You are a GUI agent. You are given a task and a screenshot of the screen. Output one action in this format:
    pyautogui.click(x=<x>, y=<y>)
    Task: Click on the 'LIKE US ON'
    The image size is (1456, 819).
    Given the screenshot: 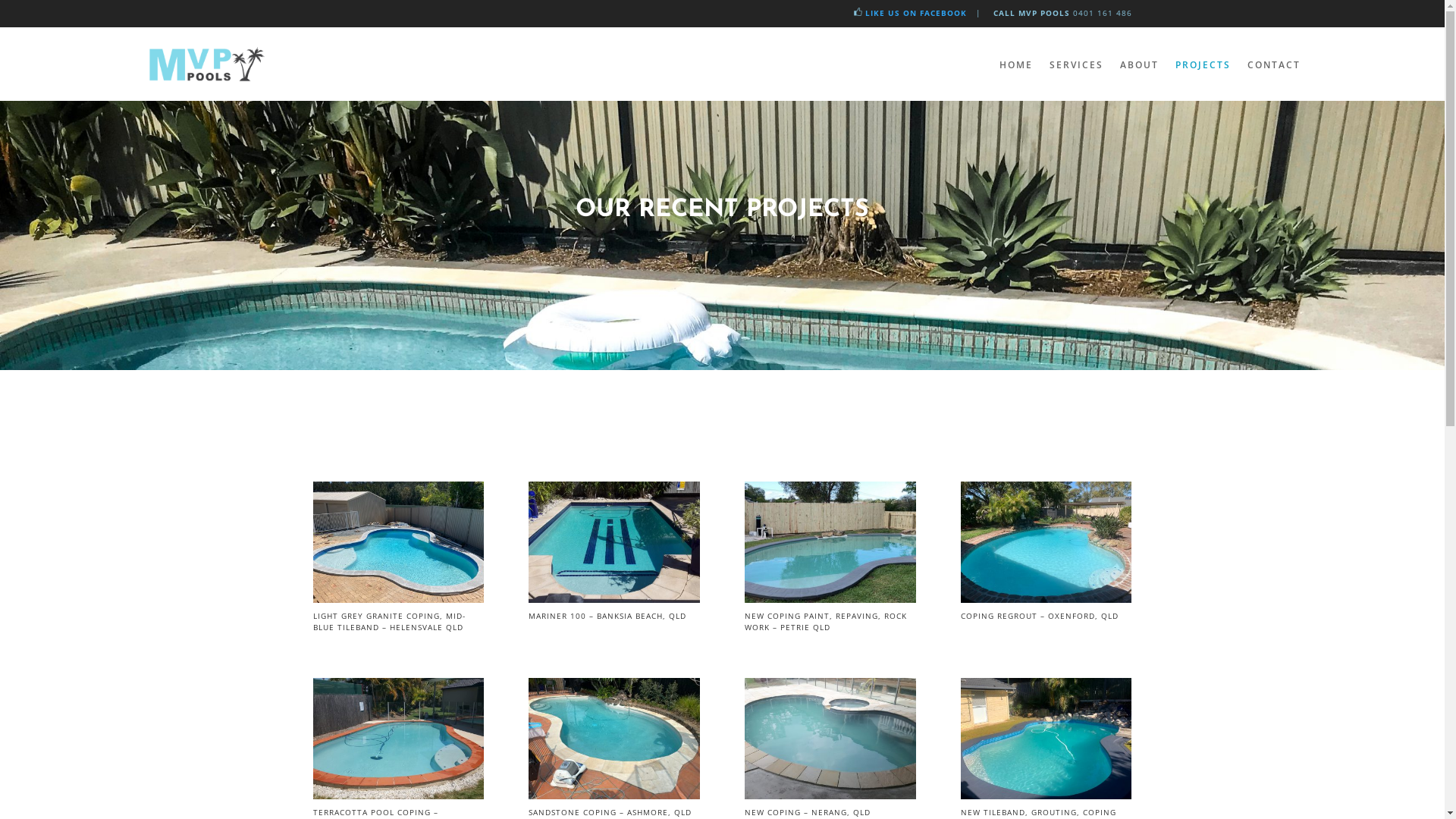 What is the action you would take?
    pyautogui.click(x=890, y=12)
    